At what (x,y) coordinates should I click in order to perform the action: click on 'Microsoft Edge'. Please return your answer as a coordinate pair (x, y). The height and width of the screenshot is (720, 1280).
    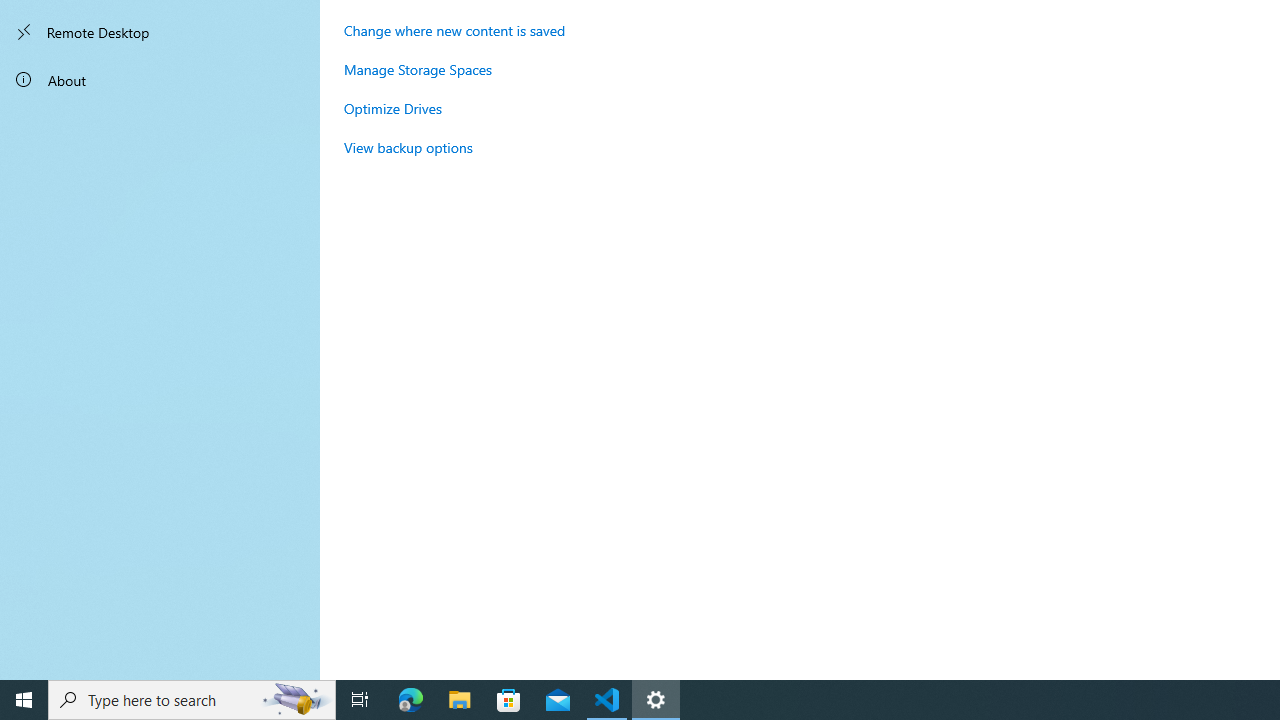
    Looking at the image, I should click on (410, 698).